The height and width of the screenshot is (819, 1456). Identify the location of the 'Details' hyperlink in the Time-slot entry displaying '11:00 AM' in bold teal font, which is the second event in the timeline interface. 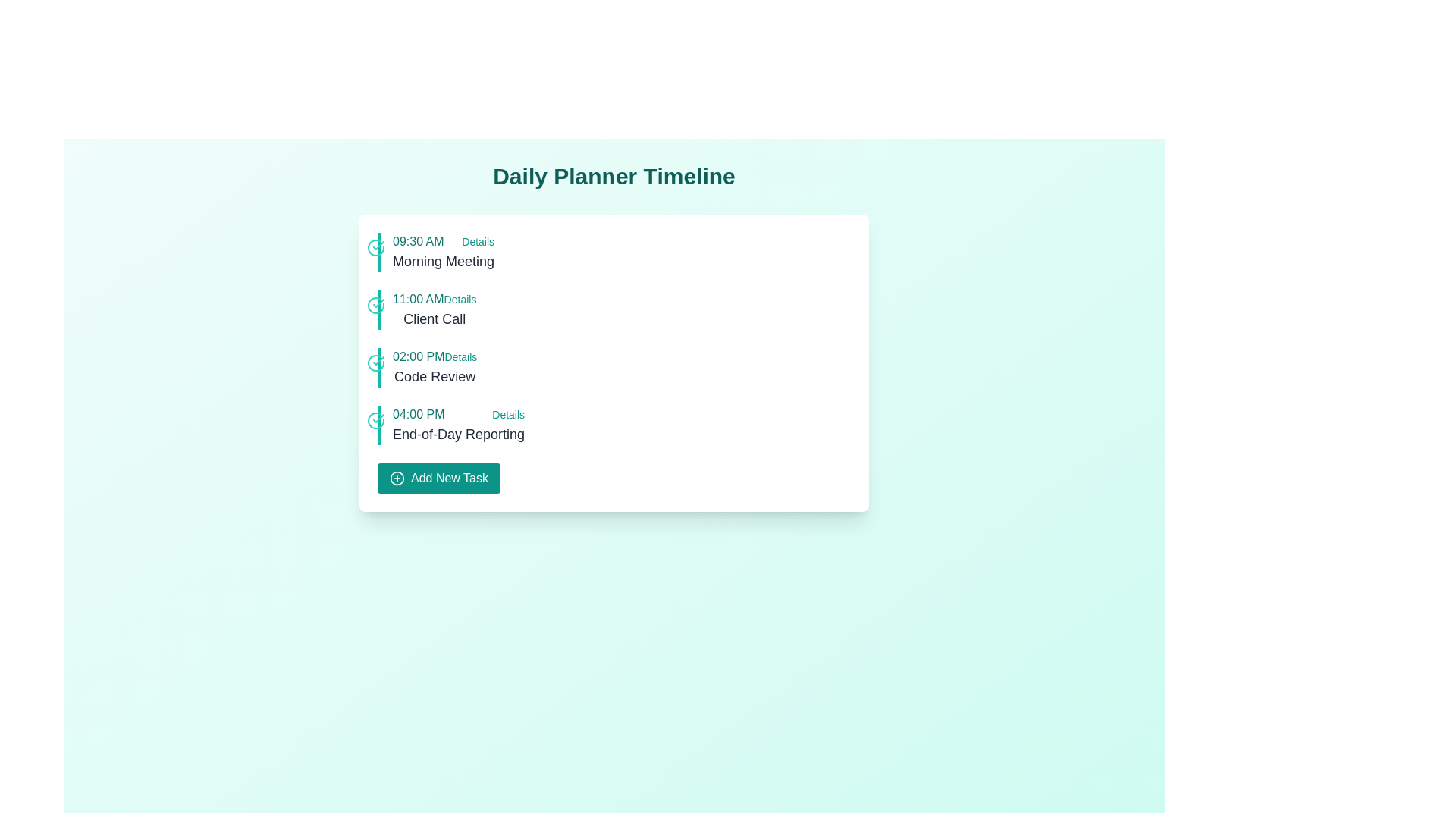
(434, 299).